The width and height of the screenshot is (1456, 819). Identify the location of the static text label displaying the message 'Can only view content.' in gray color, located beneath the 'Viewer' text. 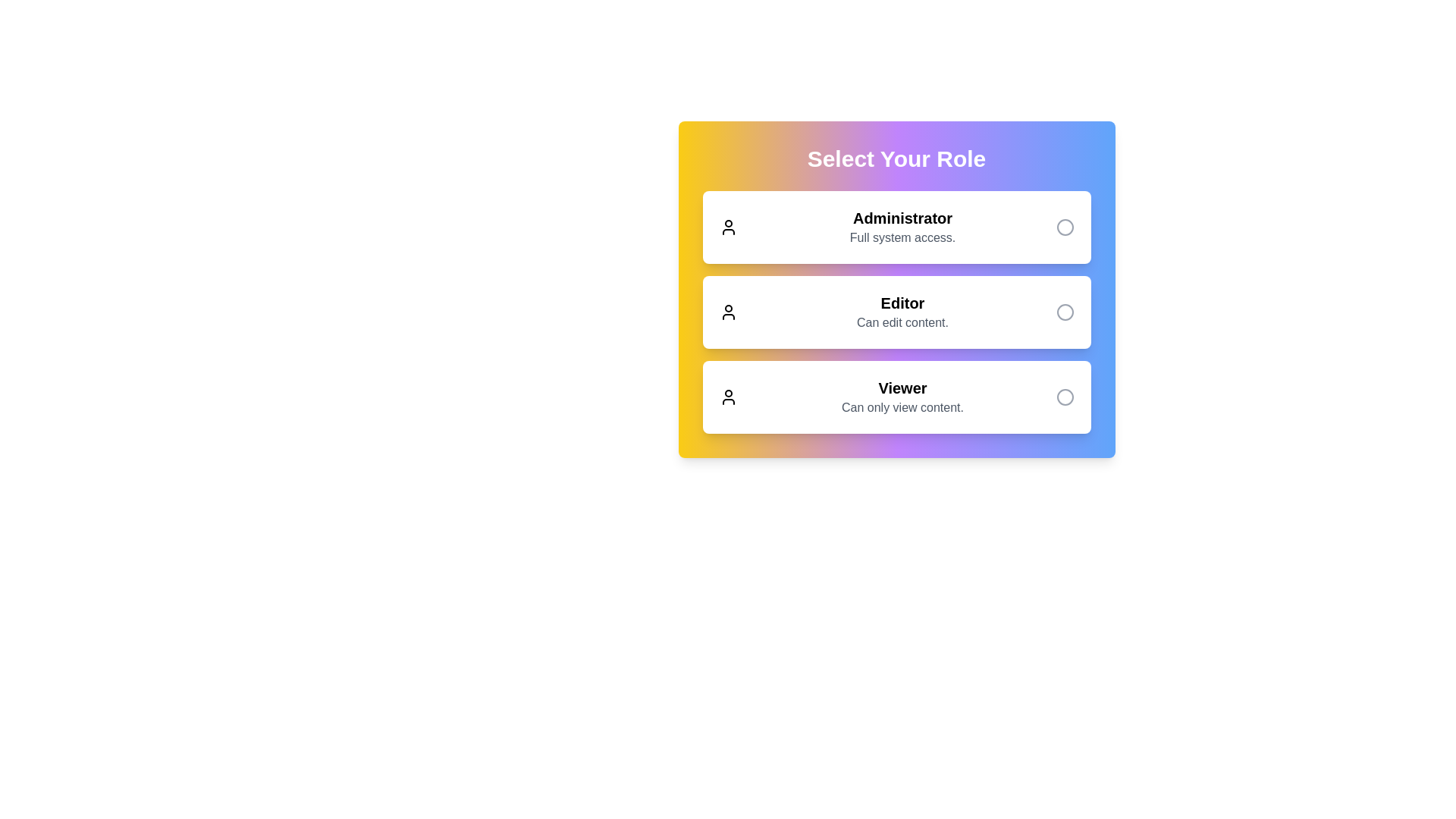
(902, 406).